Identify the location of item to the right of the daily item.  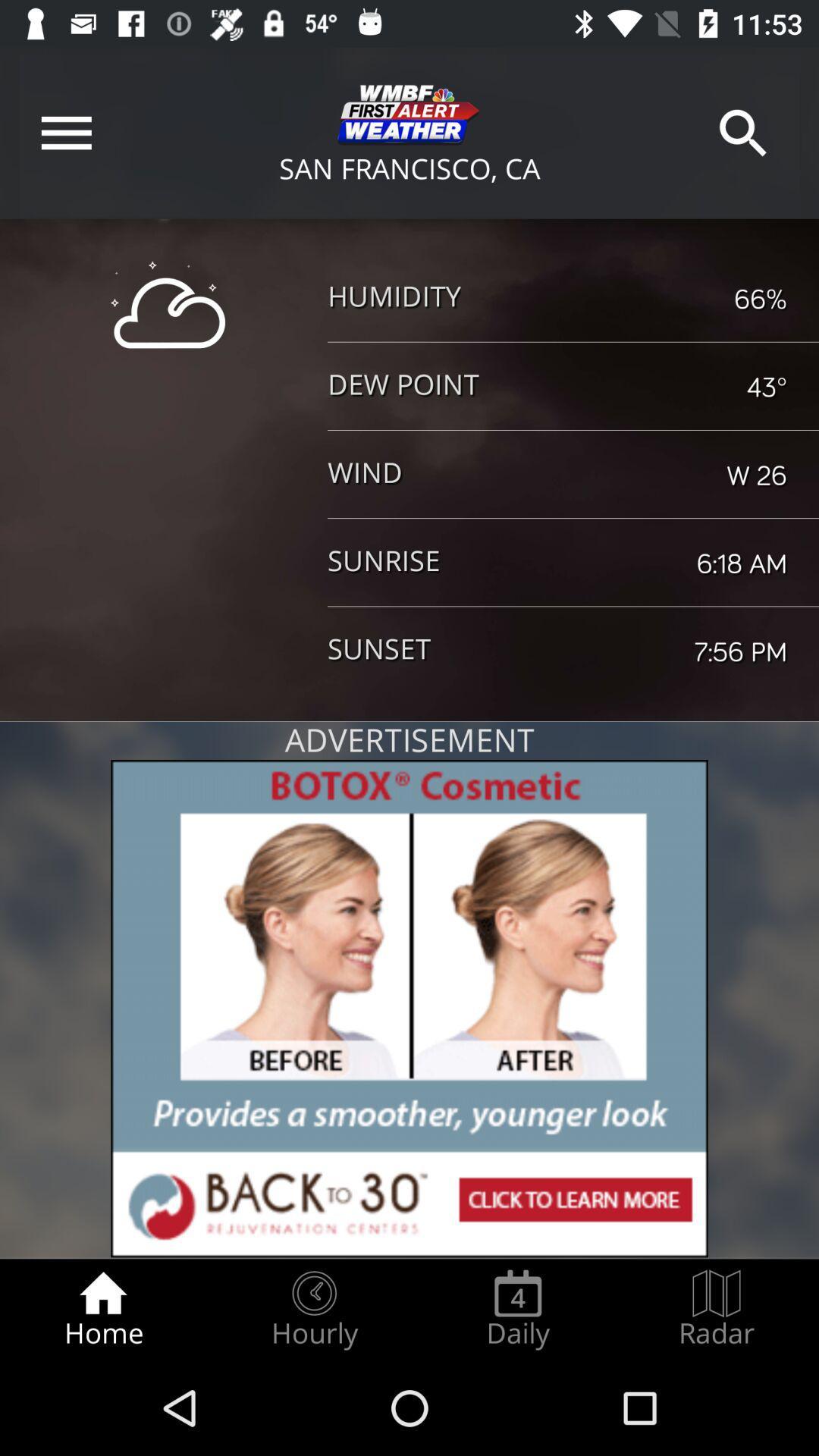
(717, 1309).